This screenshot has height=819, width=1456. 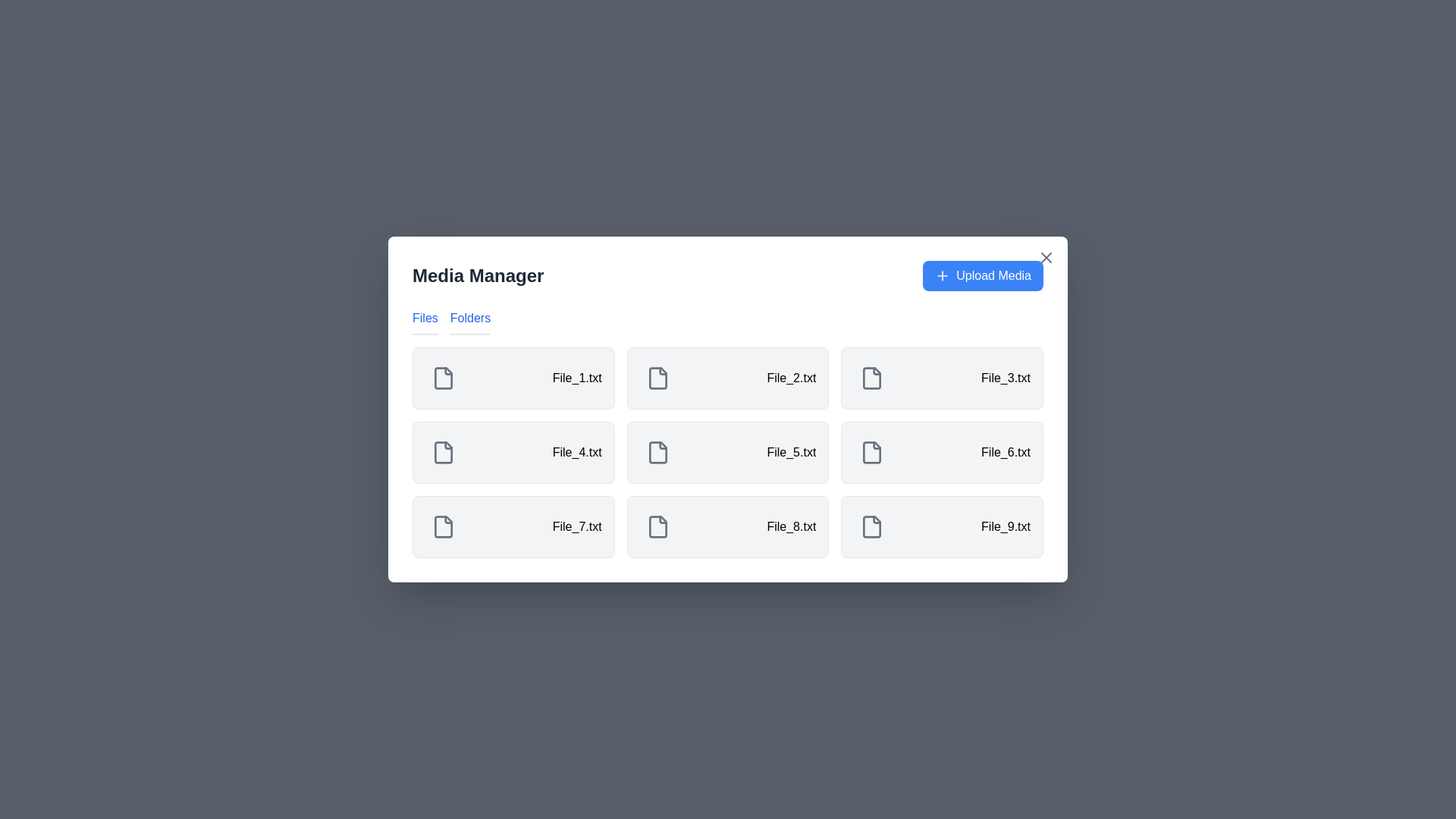 What do you see at coordinates (728, 452) in the screenshot?
I see `the Card element representing a file entry` at bounding box center [728, 452].